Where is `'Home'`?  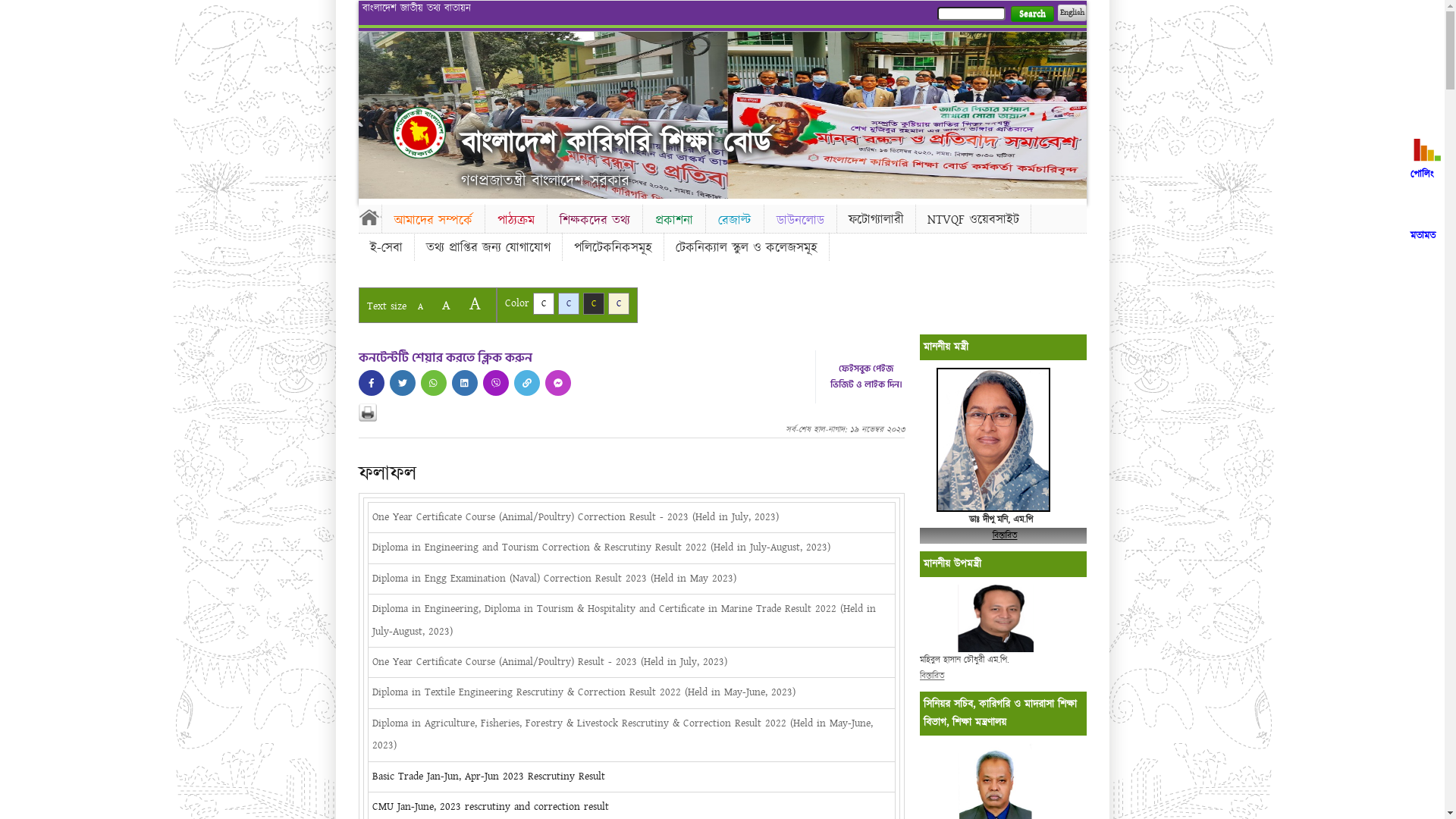
'Home' is located at coordinates (369, 216).